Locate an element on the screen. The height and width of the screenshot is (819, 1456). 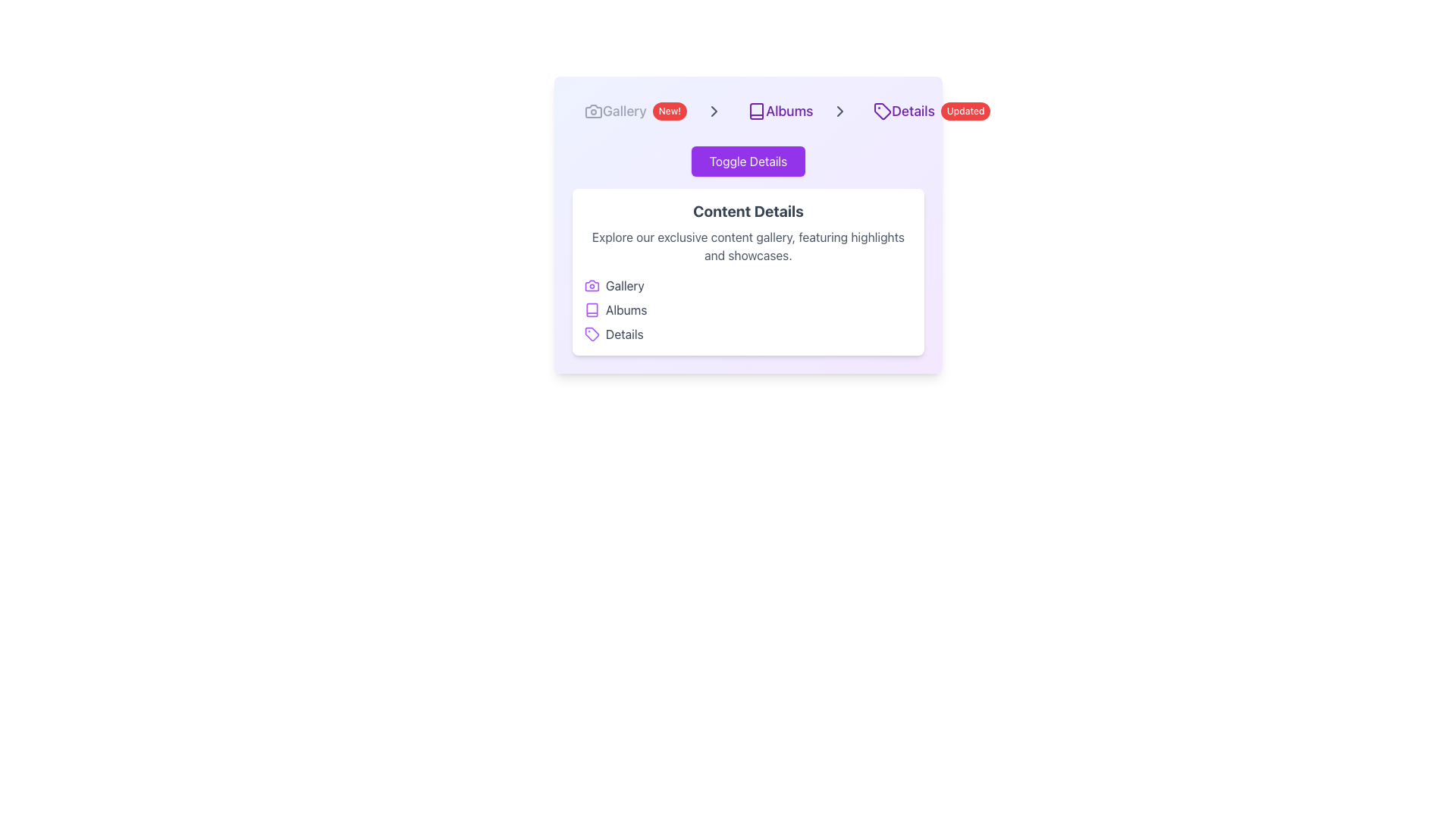
the Gallery Icon located in the top-left section of the navigation bar is located at coordinates (592, 110).